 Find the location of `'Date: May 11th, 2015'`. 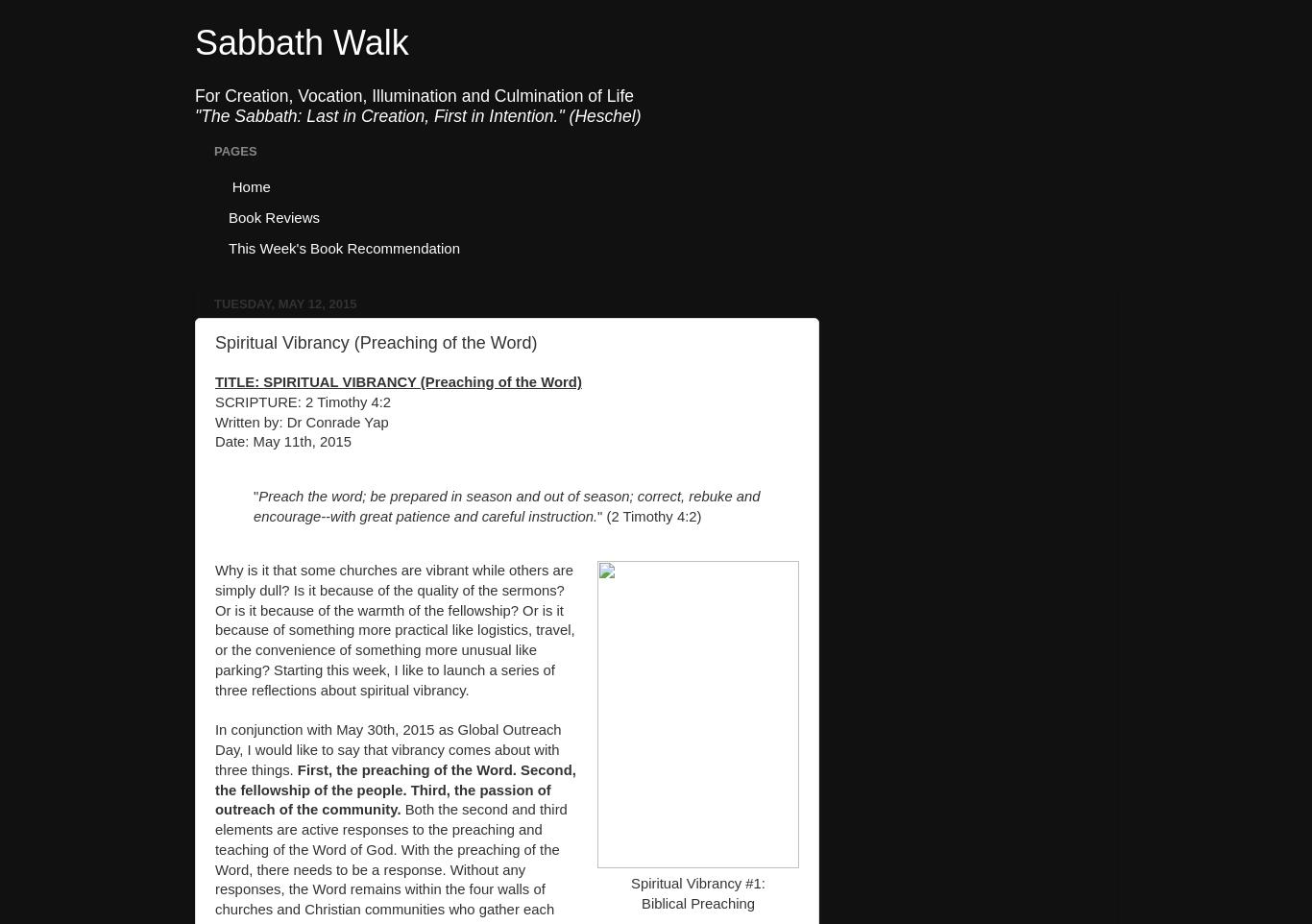

'Date: May 11th, 2015' is located at coordinates (214, 442).